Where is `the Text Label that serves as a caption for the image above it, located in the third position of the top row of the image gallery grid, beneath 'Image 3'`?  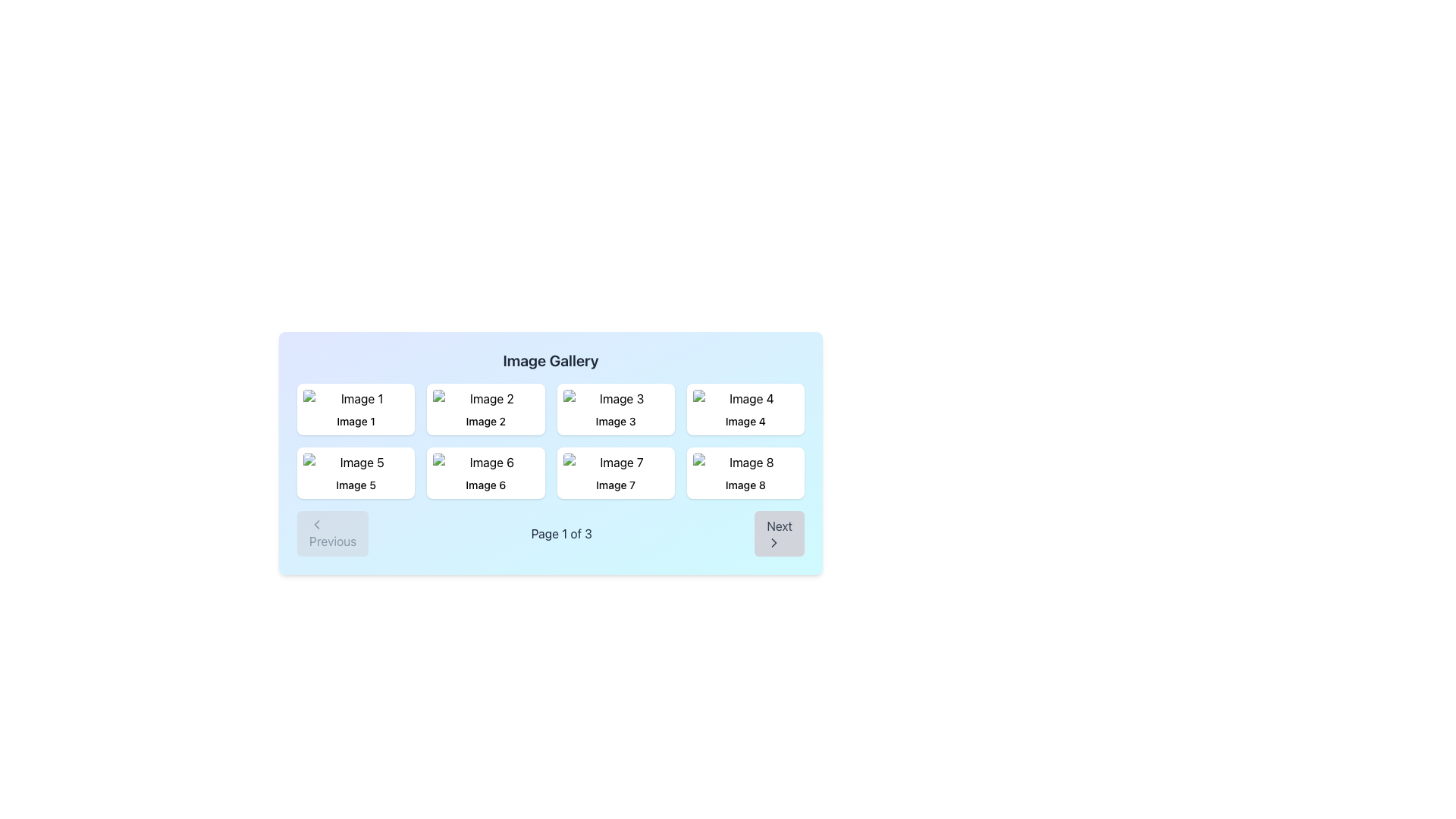
the Text Label that serves as a caption for the image above it, located in the third position of the top row of the image gallery grid, beneath 'Image 3' is located at coordinates (616, 421).